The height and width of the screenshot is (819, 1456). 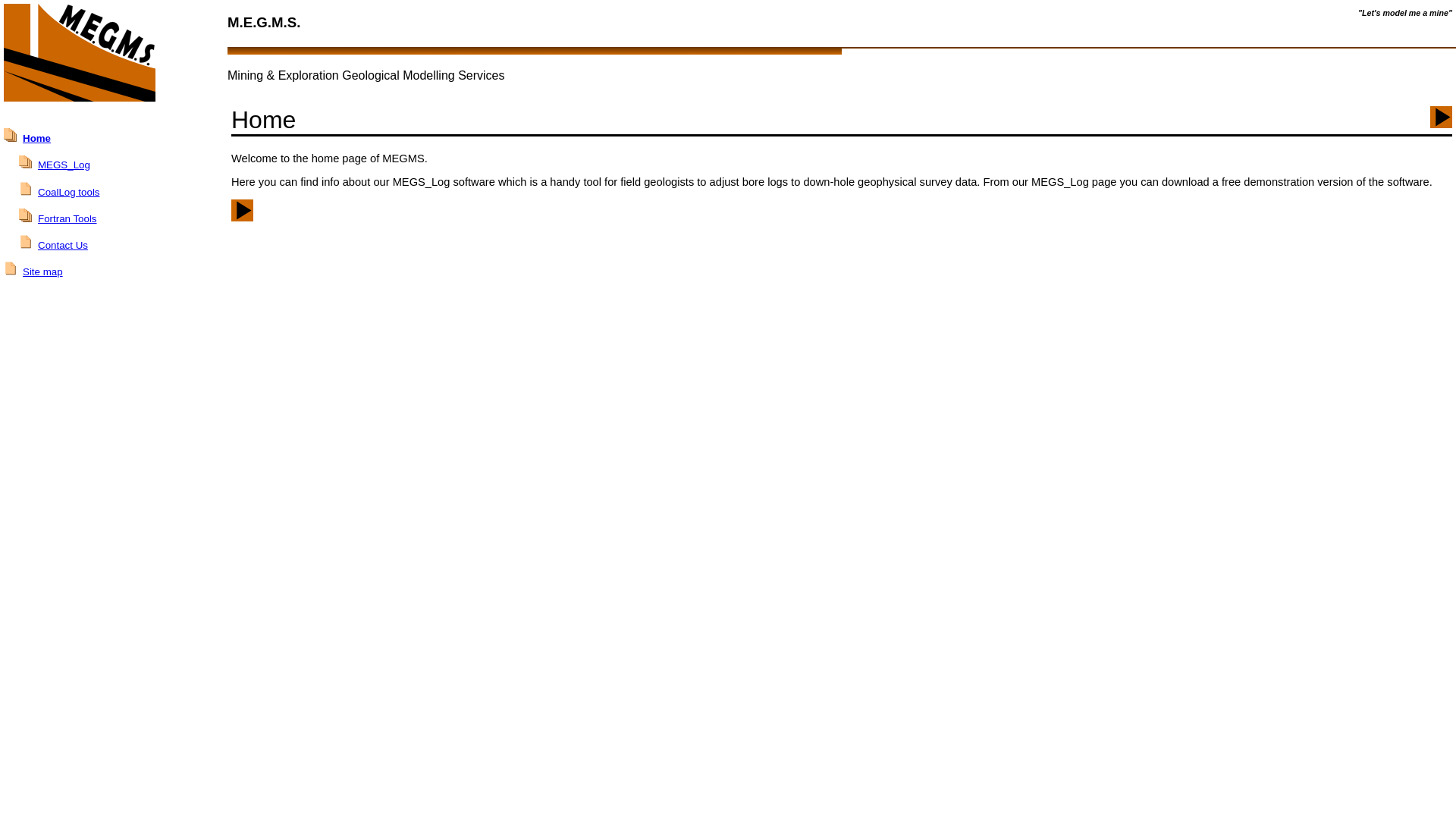 What do you see at coordinates (68, 191) in the screenshot?
I see `'CoalLog tools'` at bounding box center [68, 191].